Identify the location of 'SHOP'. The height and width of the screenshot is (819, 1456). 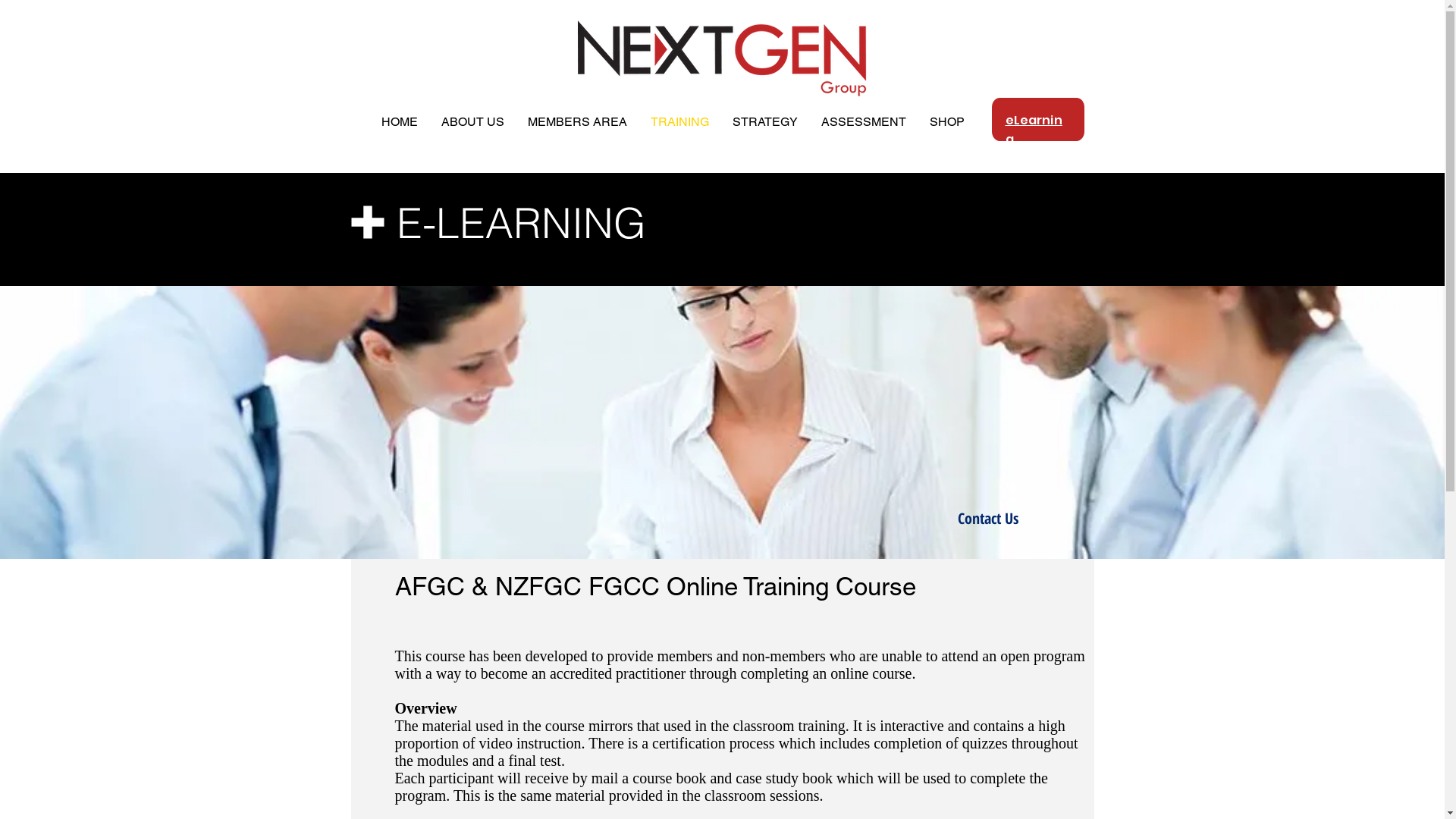
(946, 121).